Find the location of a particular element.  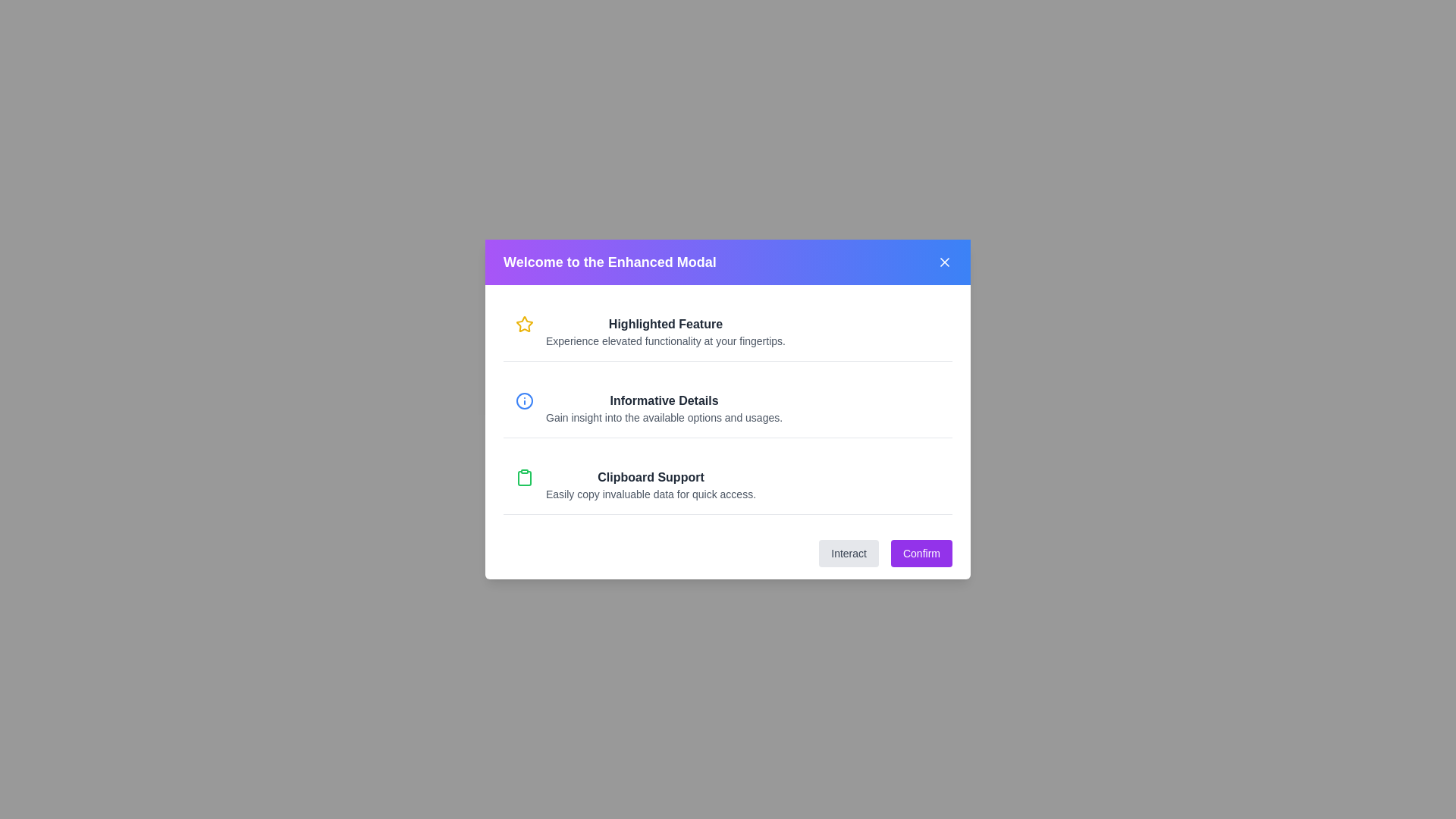

the displayed information in the 'Clipboard Support' Information Display Block, which features a bold title and a descriptive text in a clean white modal interface is located at coordinates (651, 485).